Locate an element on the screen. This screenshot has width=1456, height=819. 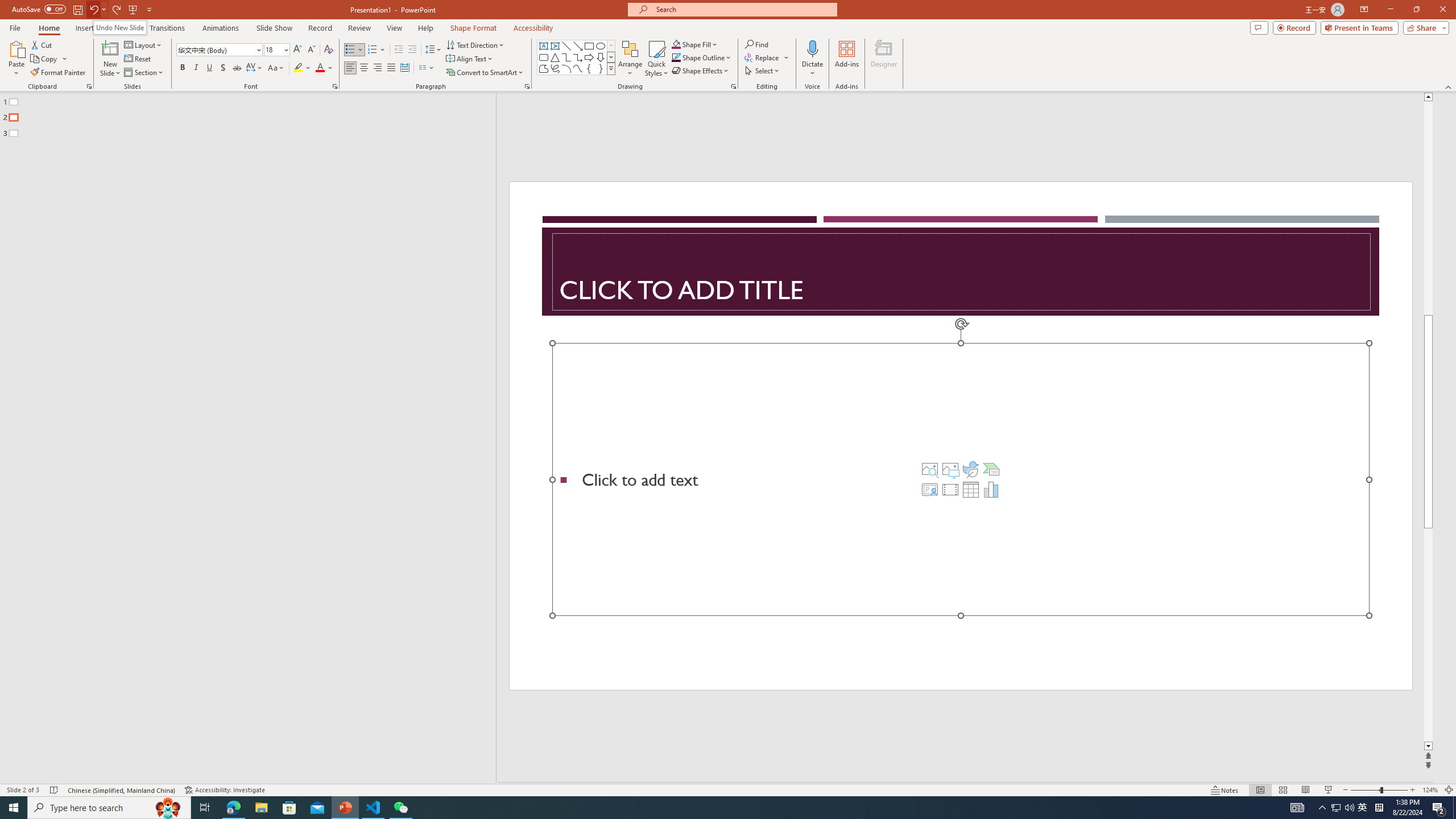
'Undo New Slide' is located at coordinates (120, 27).